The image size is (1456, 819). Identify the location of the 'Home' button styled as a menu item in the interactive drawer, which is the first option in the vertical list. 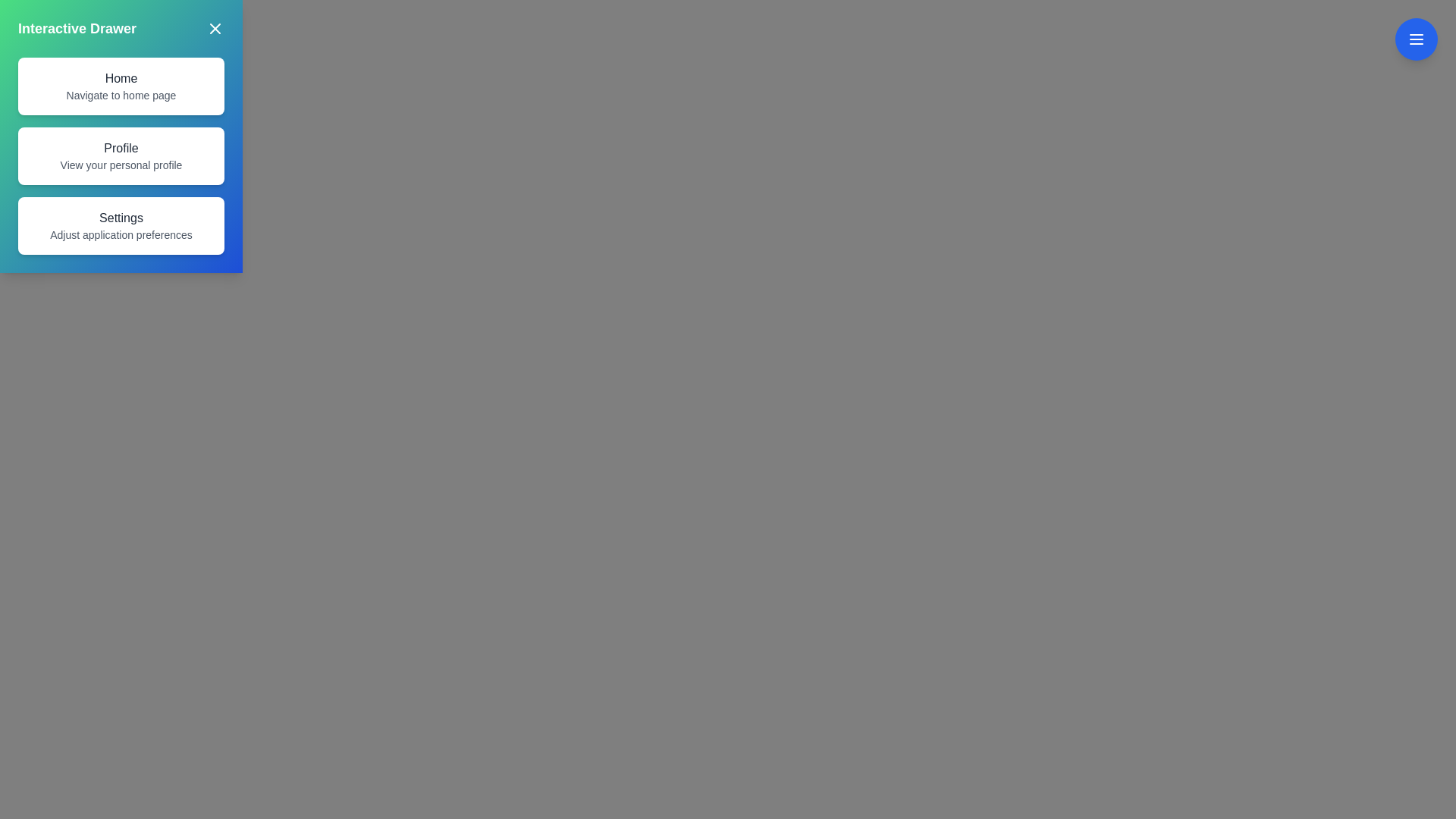
(120, 86).